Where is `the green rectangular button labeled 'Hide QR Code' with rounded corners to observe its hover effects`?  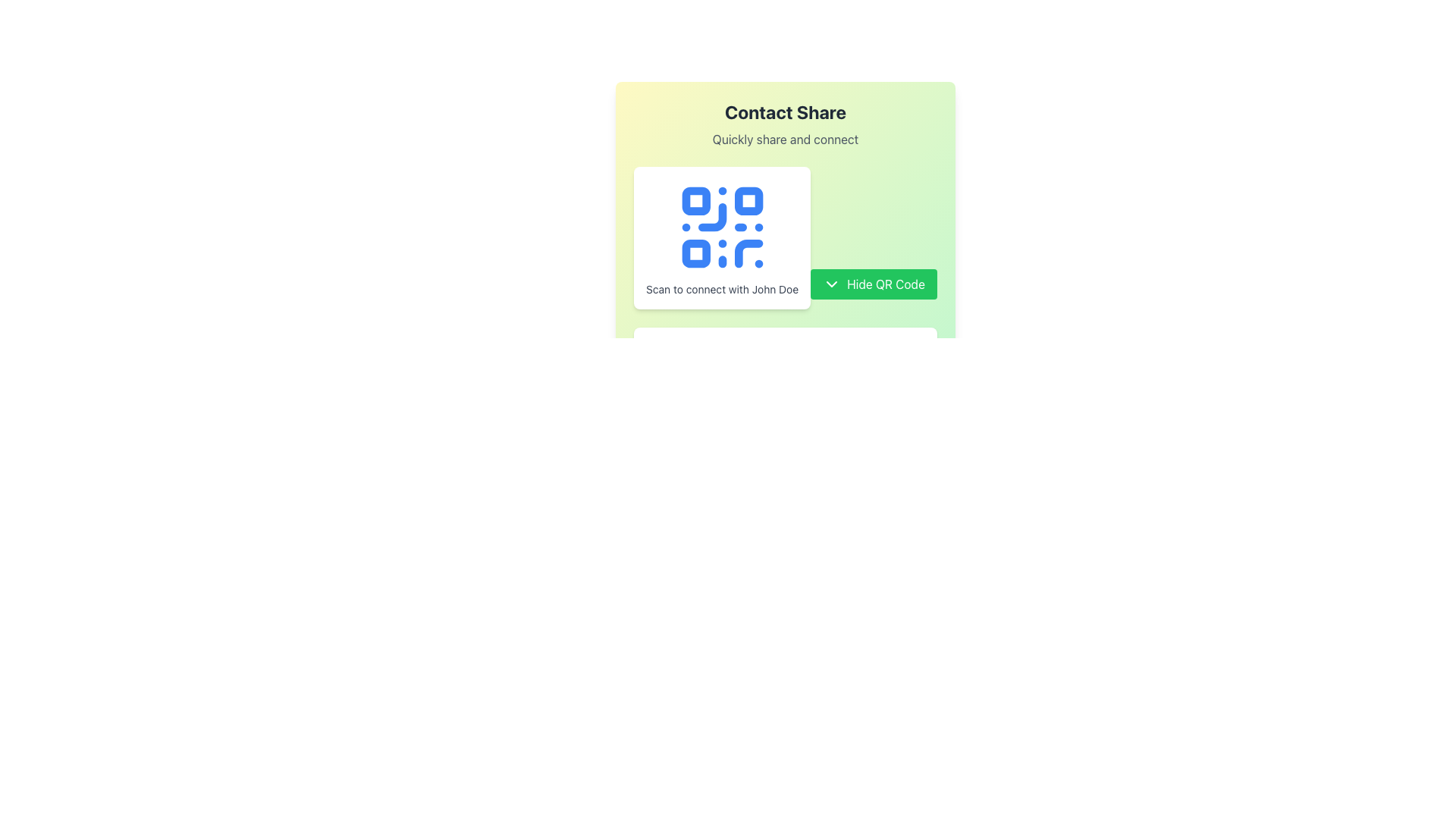
the green rectangular button labeled 'Hide QR Code' with rounded corners to observe its hover effects is located at coordinates (874, 284).